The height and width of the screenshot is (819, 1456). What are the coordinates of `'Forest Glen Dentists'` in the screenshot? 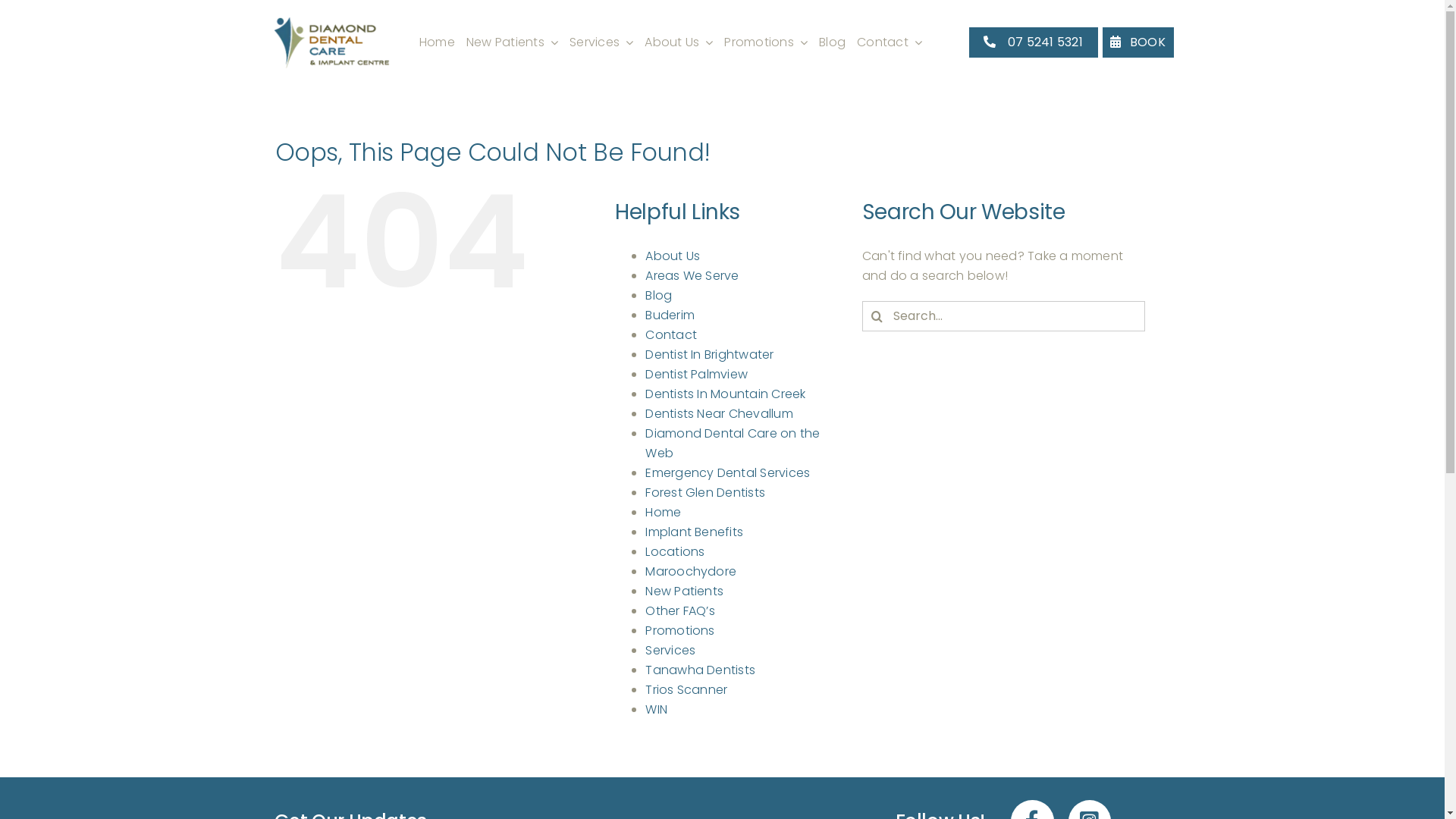 It's located at (704, 492).